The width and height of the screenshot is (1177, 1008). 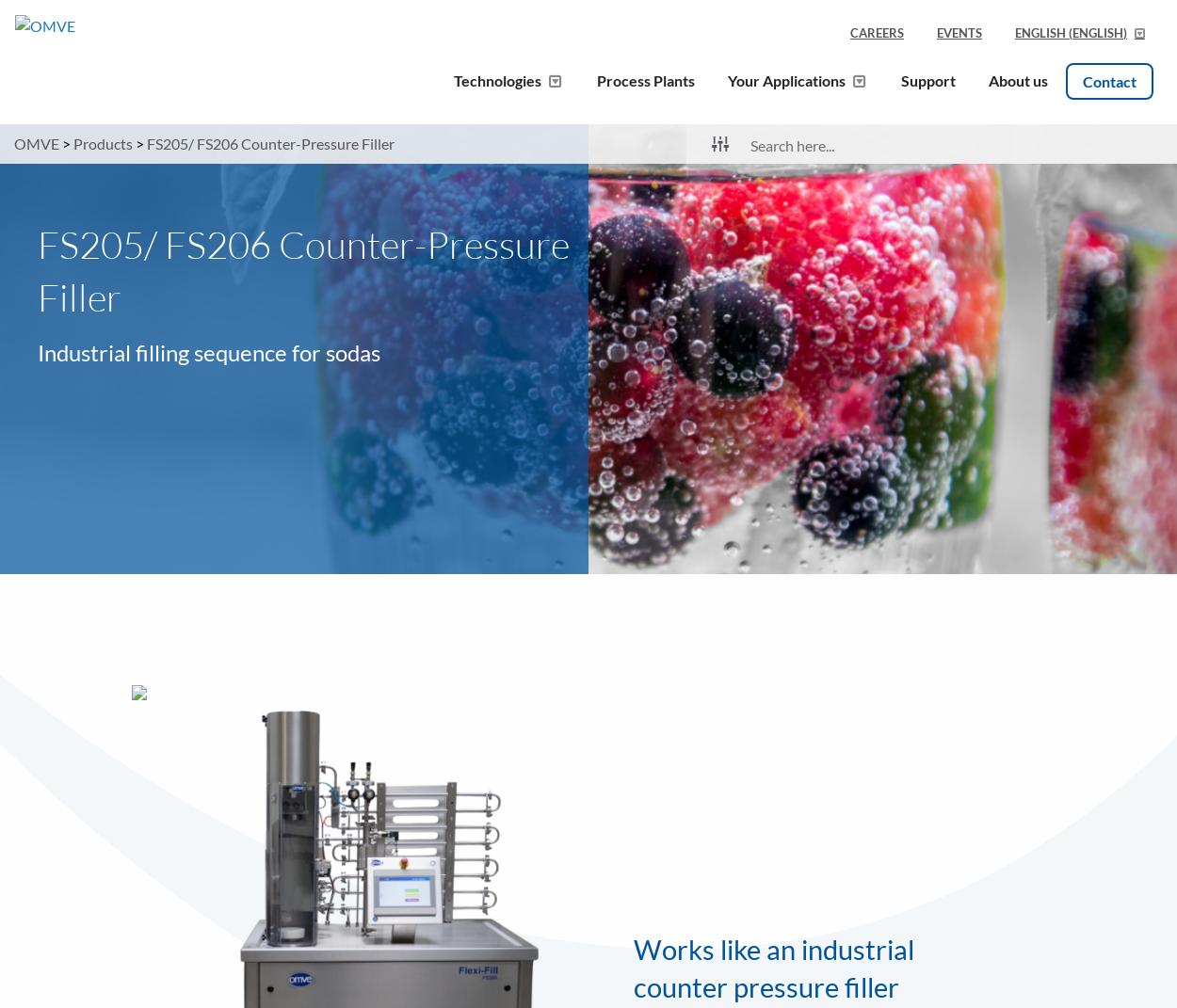 What do you see at coordinates (1069, 30) in the screenshot?
I see `'('` at bounding box center [1069, 30].